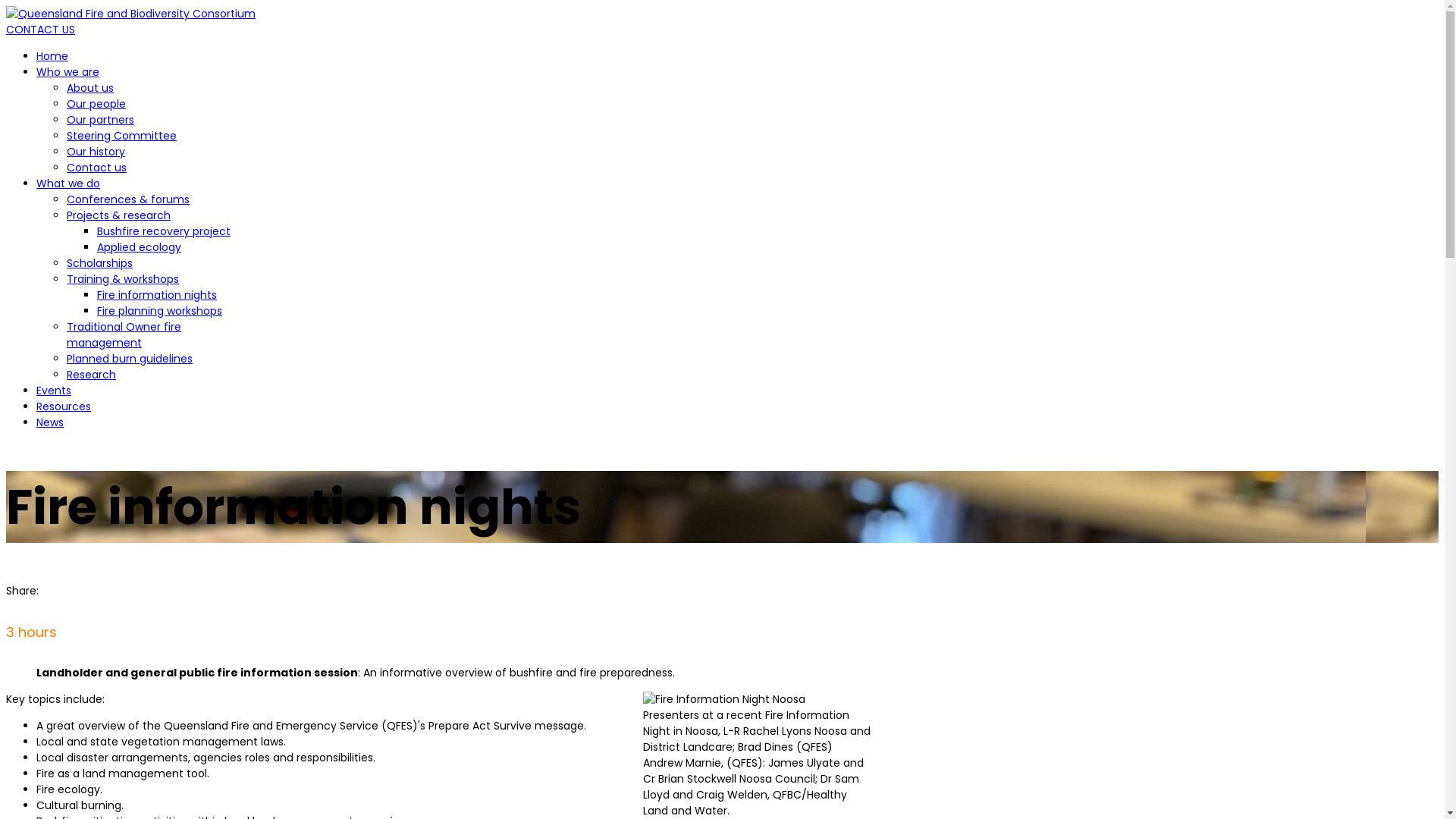 This screenshot has height=819, width=1456. Describe the element at coordinates (62, 406) in the screenshot. I see `'Resources'` at that location.